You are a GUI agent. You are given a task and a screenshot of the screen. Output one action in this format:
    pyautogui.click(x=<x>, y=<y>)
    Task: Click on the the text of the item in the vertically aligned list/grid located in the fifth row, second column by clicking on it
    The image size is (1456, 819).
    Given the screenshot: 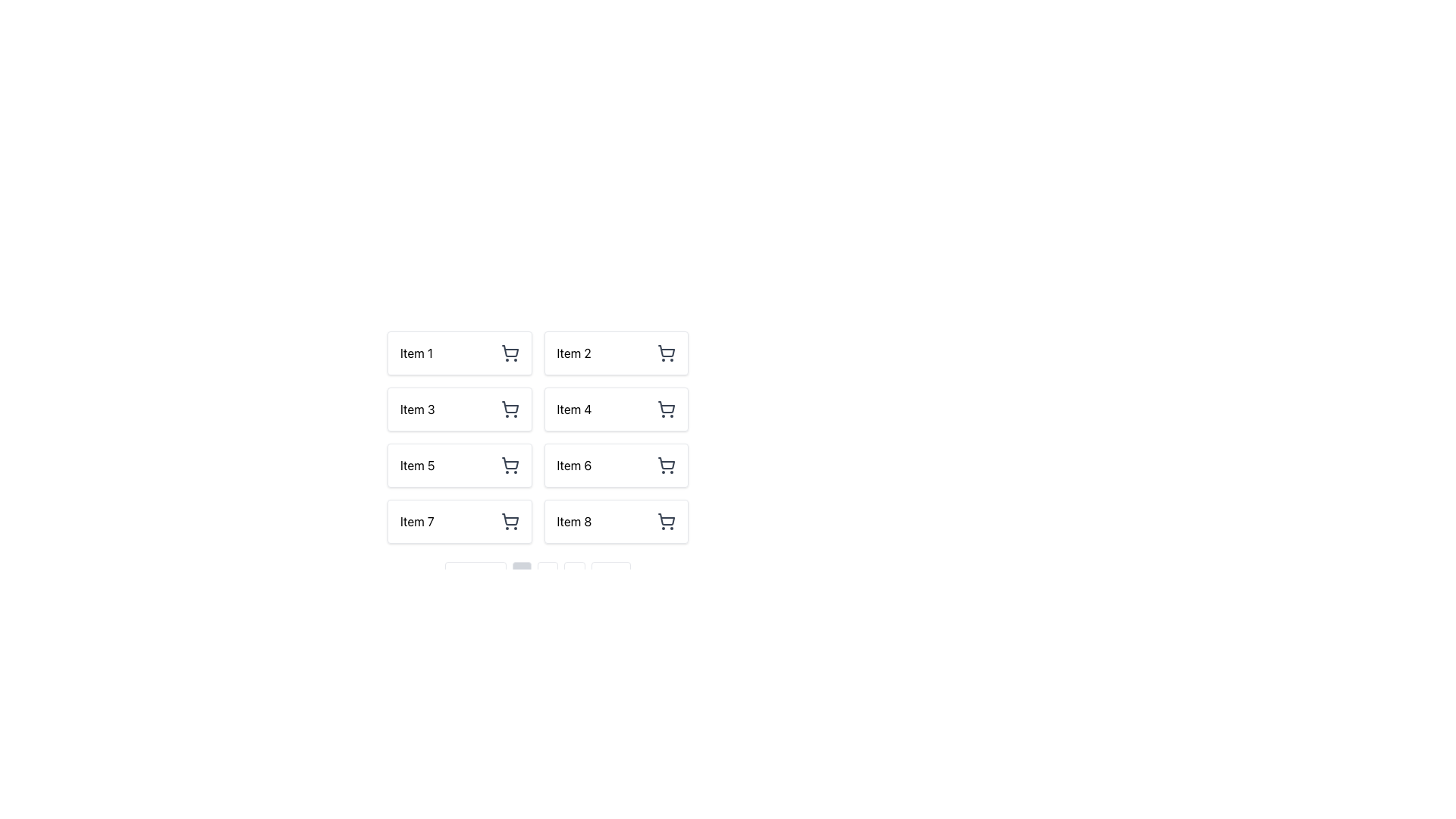 What is the action you would take?
    pyautogui.click(x=538, y=461)
    